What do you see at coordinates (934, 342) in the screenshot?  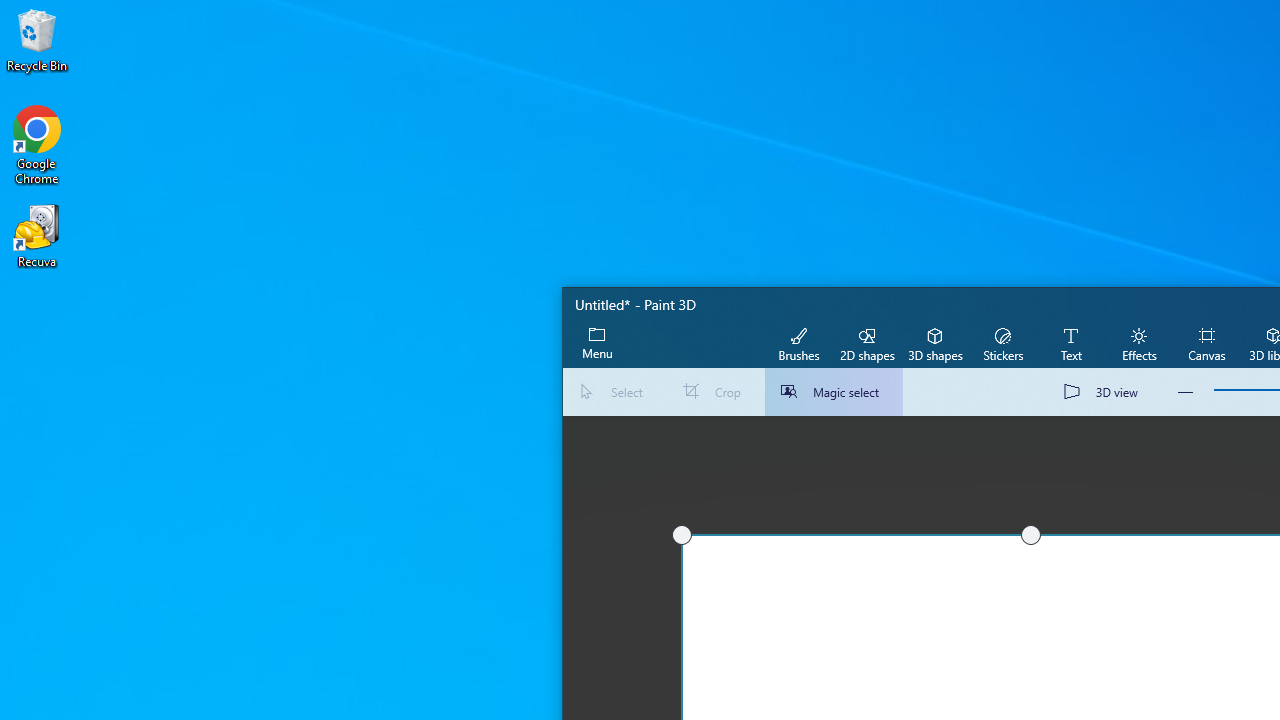 I see `'3D shapes'` at bounding box center [934, 342].